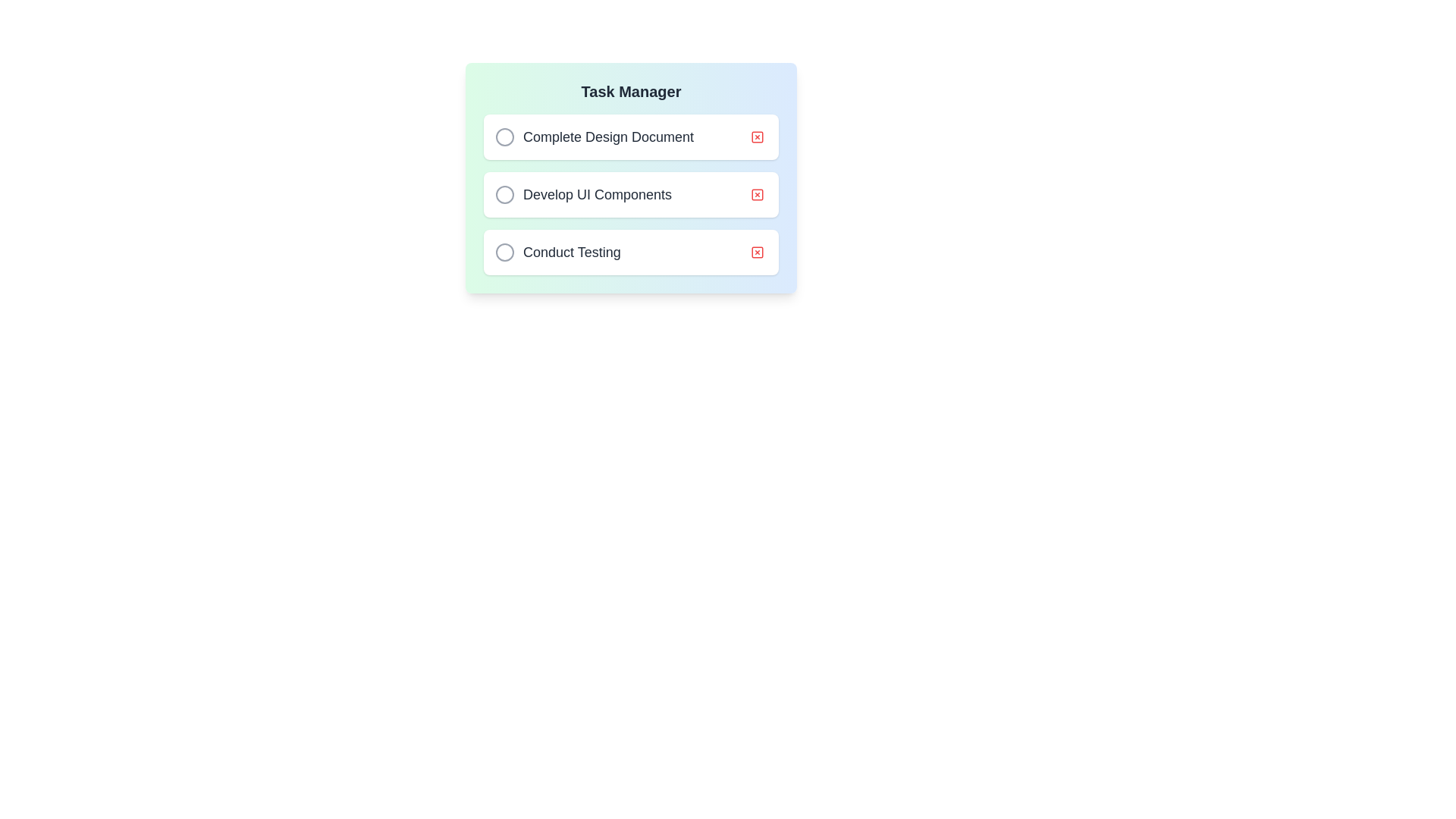  What do you see at coordinates (757, 194) in the screenshot?
I see `the red bordered square button with a smaller 'X' inside, which is located on the far right side of the 'Develop UI Components' task item` at bounding box center [757, 194].